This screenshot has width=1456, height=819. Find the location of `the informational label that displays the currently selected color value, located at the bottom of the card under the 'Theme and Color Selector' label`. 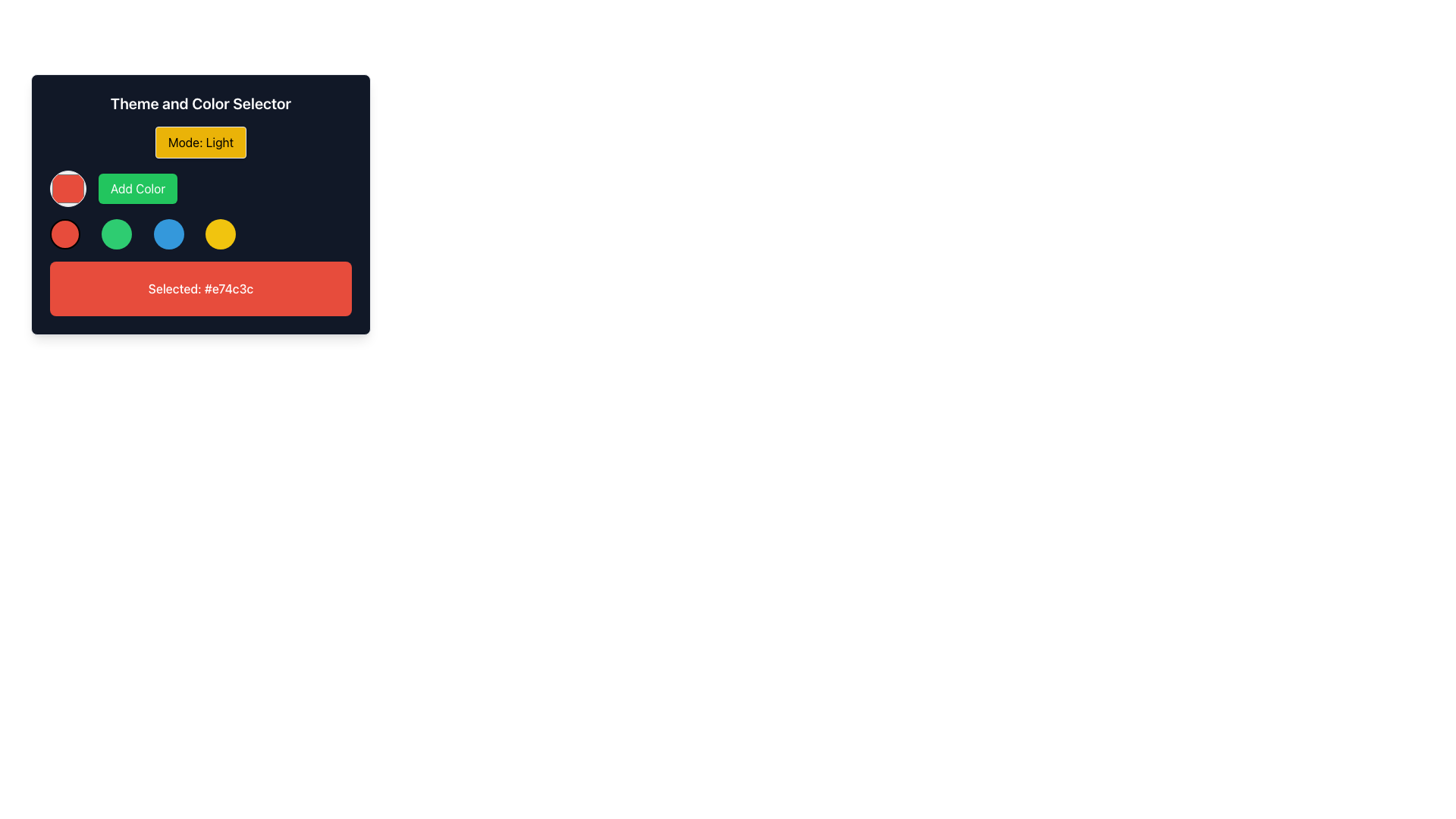

the informational label that displays the currently selected color value, located at the bottom of the card under the 'Theme and Color Selector' label is located at coordinates (199, 289).